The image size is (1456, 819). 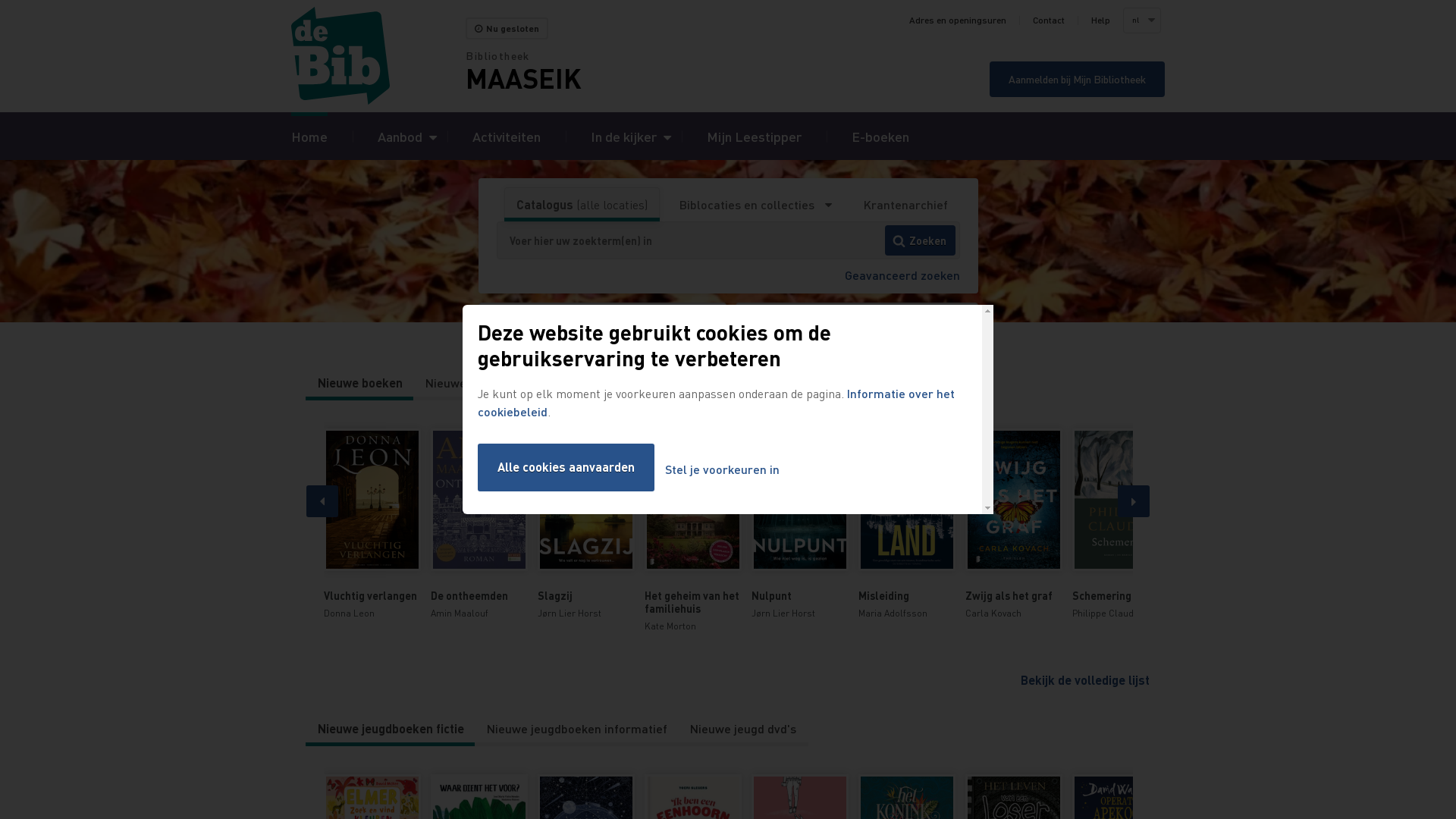 I want to click on 'Krantenarchief', so click(x=905, y=205).